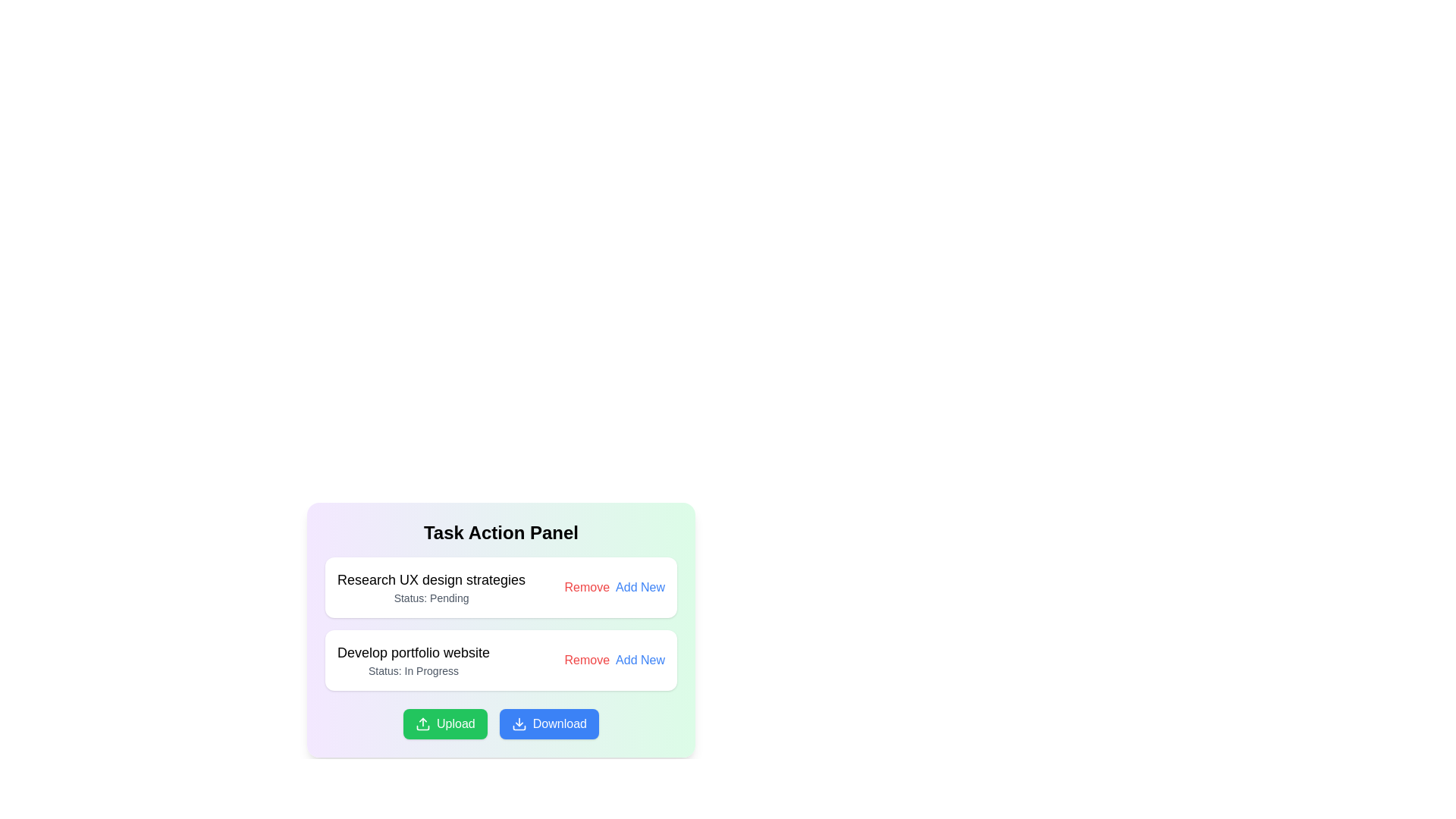  What do you see at coordinates (423, 723) in the screenshot?
I see `the upload icon located to the left of the 'Upload' text within the green button at the bottom-left section of the 'Task Action Panel'` at bounding box center [423, 723].